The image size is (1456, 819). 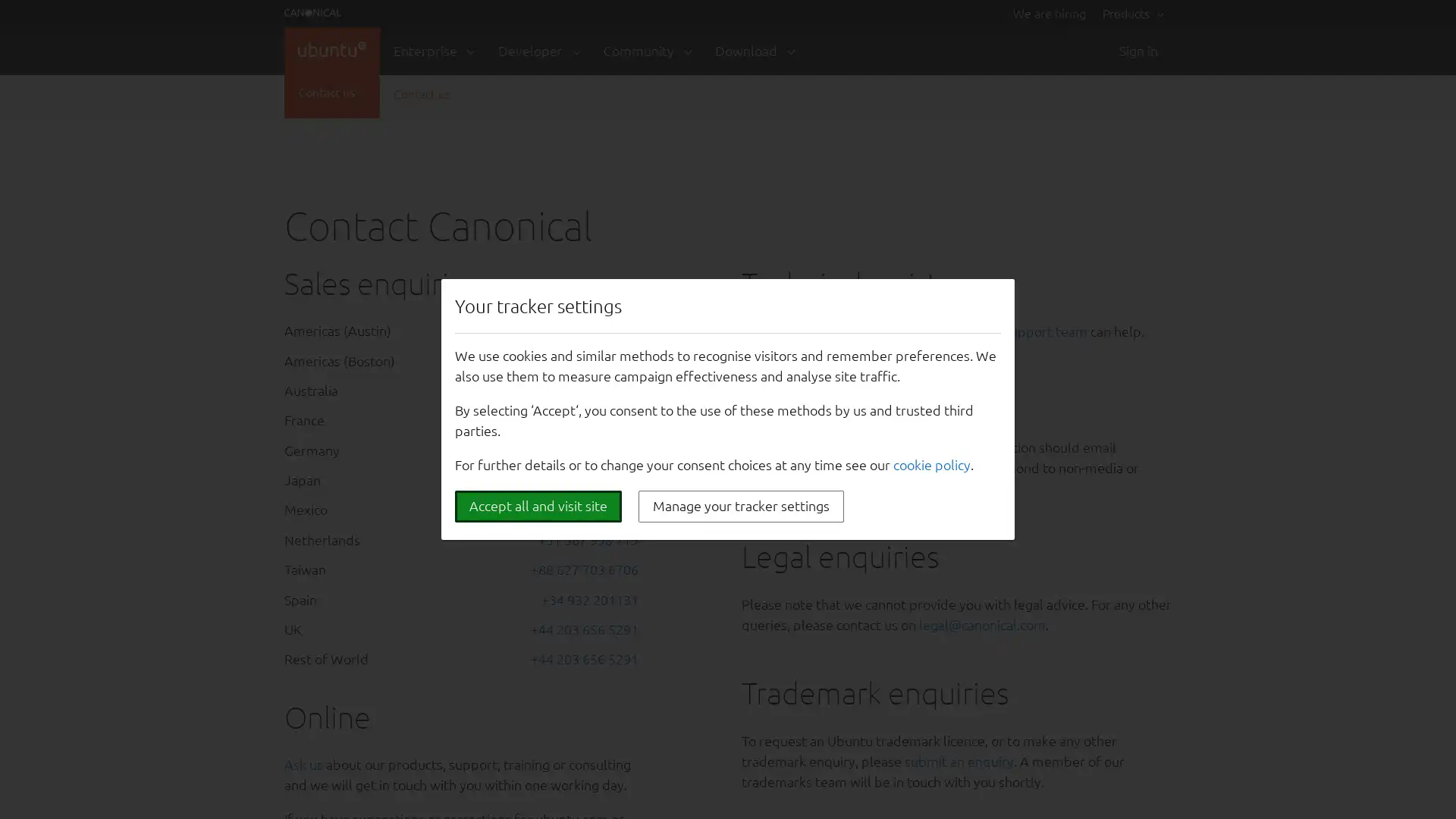 I want to click on Manage your tracker settings, so click(x=741, y=506).